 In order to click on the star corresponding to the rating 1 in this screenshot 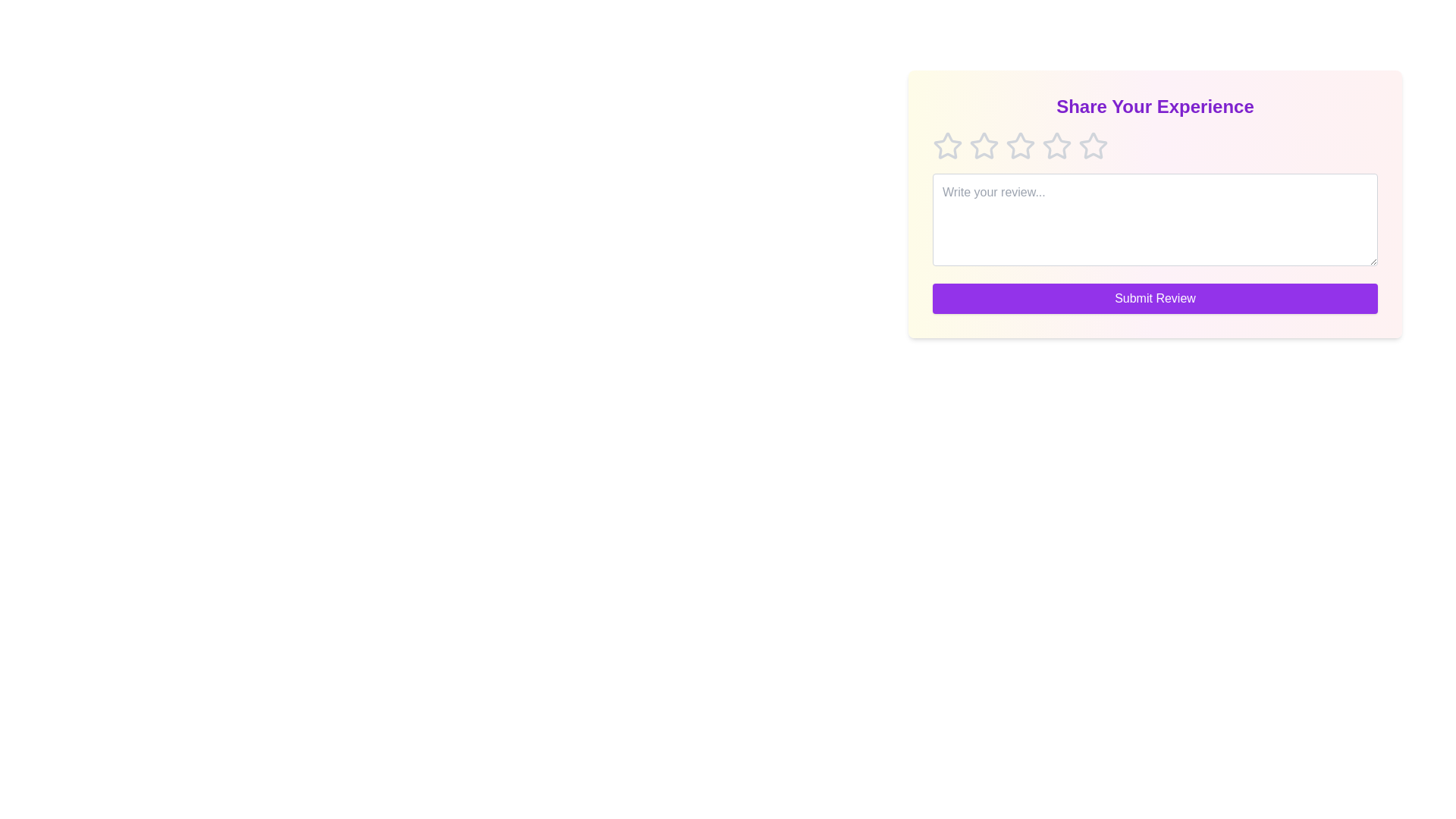, I will do `click(946, 146)`.